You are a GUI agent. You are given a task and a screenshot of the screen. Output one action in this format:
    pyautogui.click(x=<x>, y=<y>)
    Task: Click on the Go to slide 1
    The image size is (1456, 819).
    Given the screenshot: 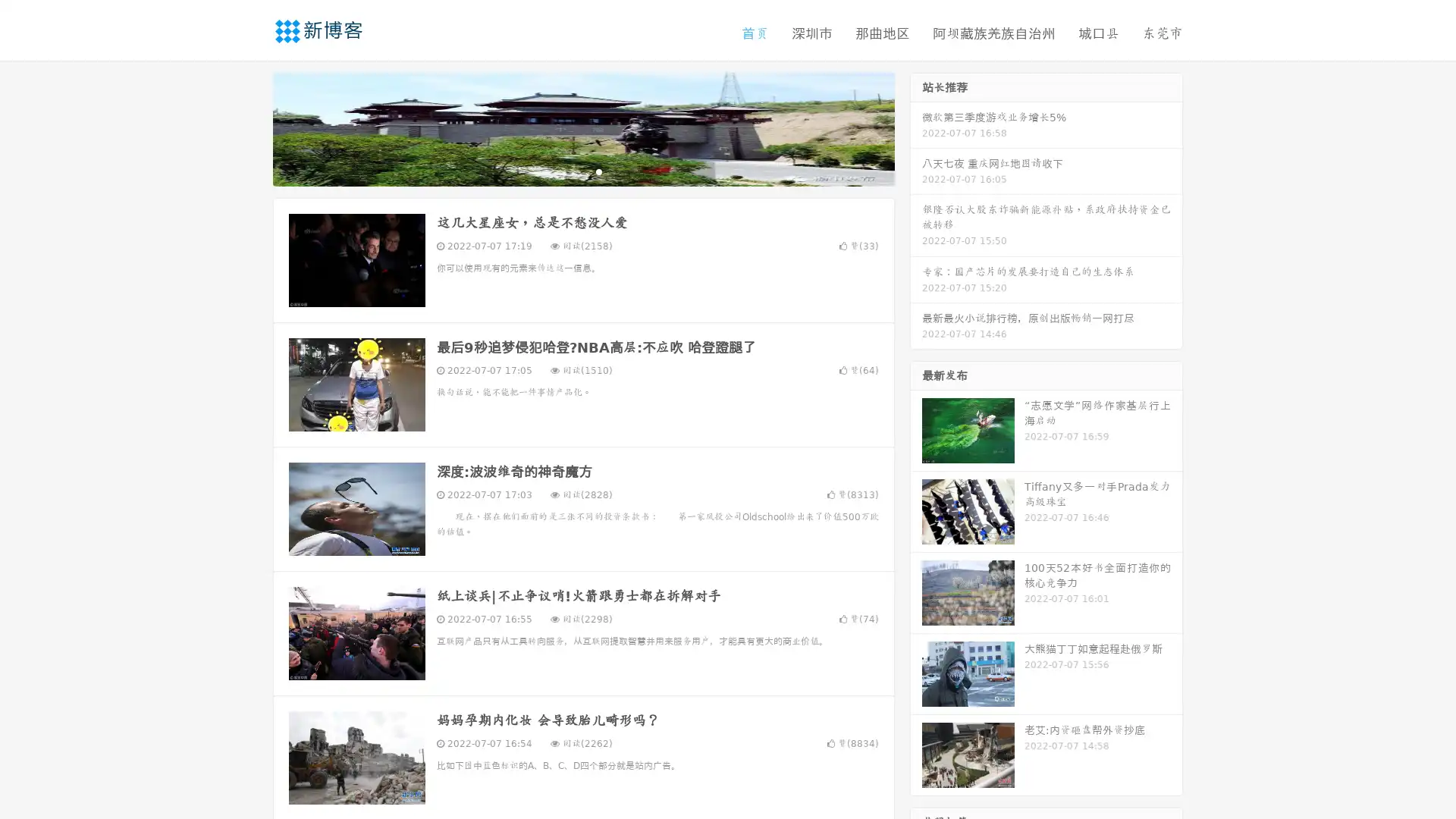 What is the action you would take?
    pyautogui.click(x=567, y=171)
    